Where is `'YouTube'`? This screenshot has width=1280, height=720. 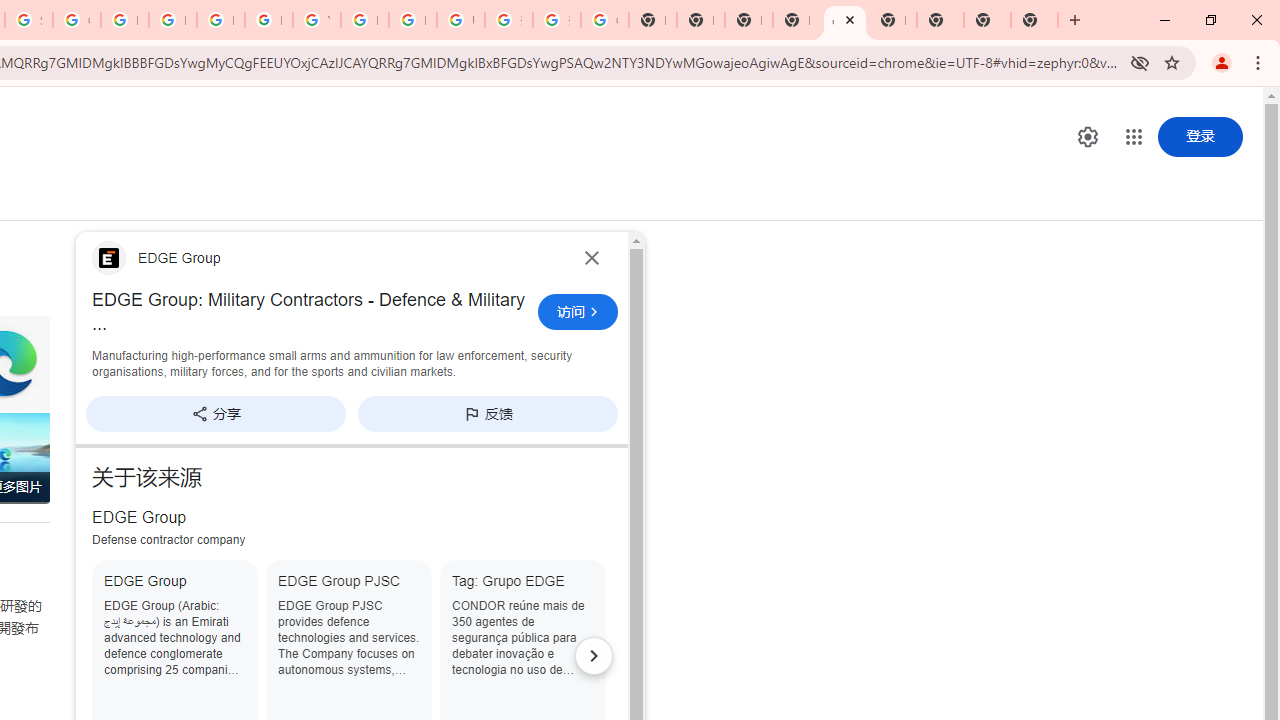
'YouTube' is located at coordinates (315, 20).